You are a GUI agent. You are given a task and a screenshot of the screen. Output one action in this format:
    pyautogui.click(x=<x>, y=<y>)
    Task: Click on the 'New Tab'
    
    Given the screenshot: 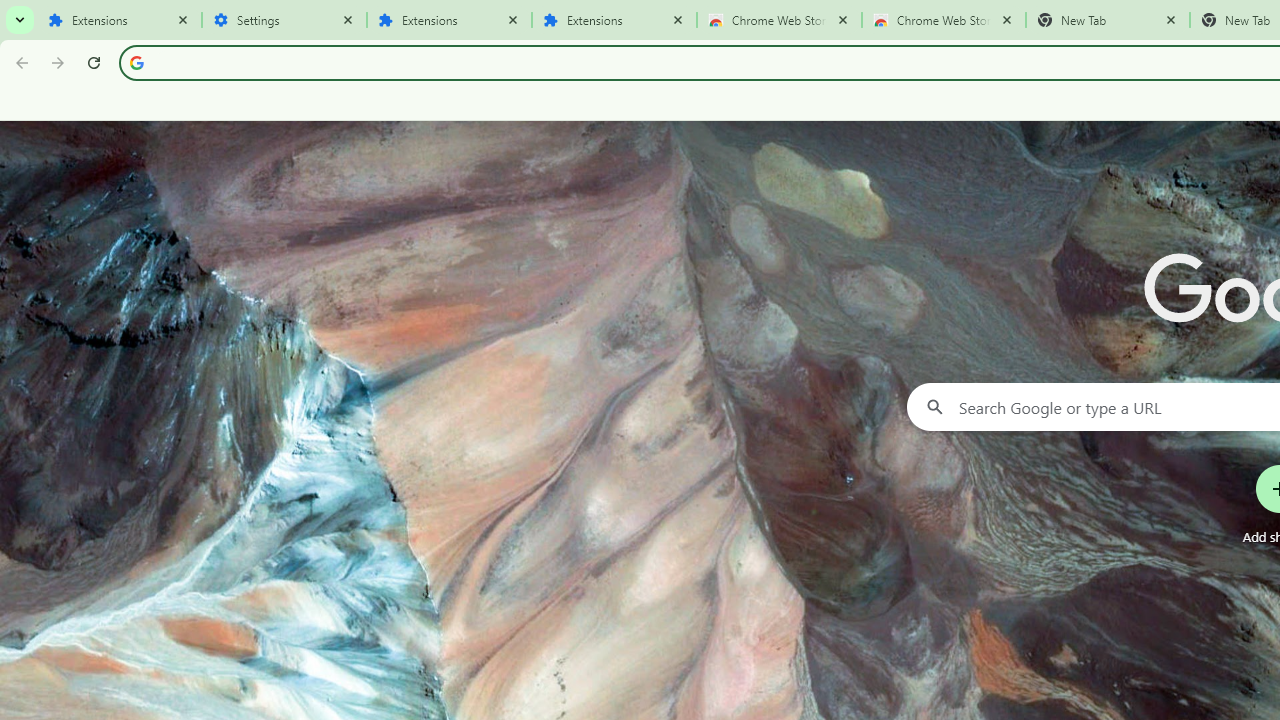 What is the action you would take?
    pyautogui.click(x=1107, y=20)
    